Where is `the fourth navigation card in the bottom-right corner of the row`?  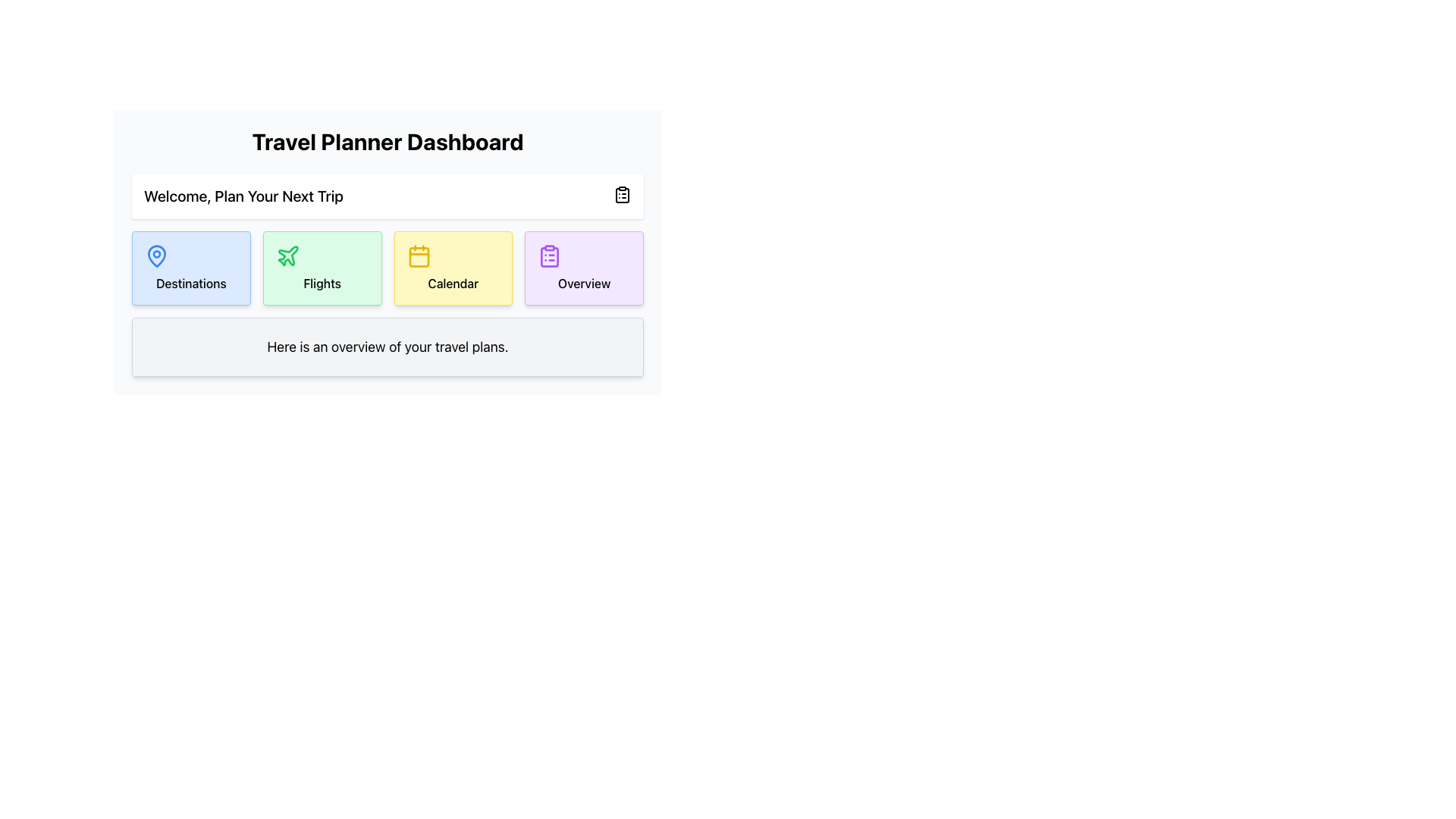 the fourth navigation card in the bottom-right corner of the row is located at coordinates (583, 268).